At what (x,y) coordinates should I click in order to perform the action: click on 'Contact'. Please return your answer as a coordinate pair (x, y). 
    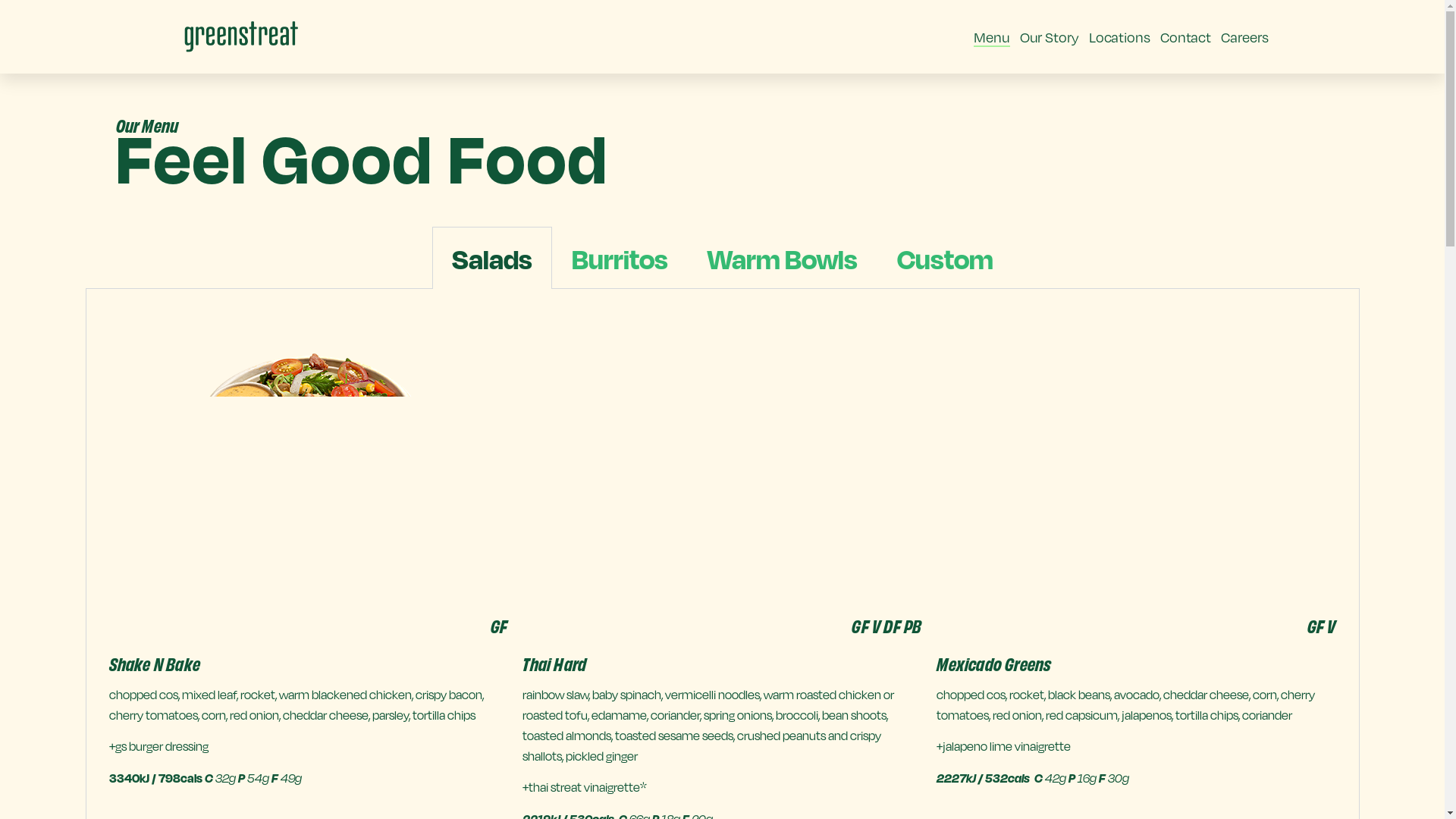
    Looking at the image, I should click on (1185, 36).